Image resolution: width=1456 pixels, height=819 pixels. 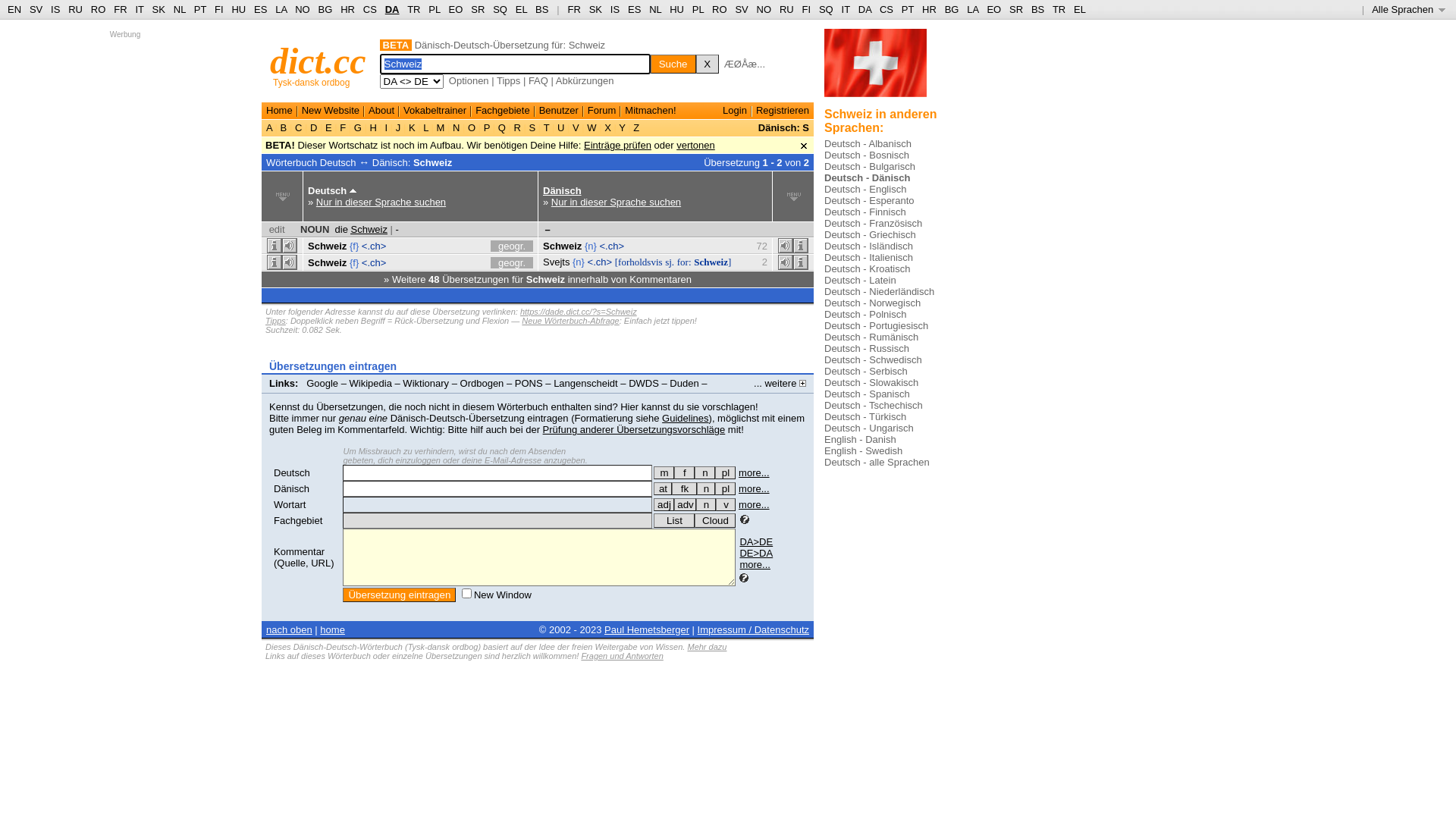 I want to click on 'Deutsch - Englisch', so click(x=865, y=188).